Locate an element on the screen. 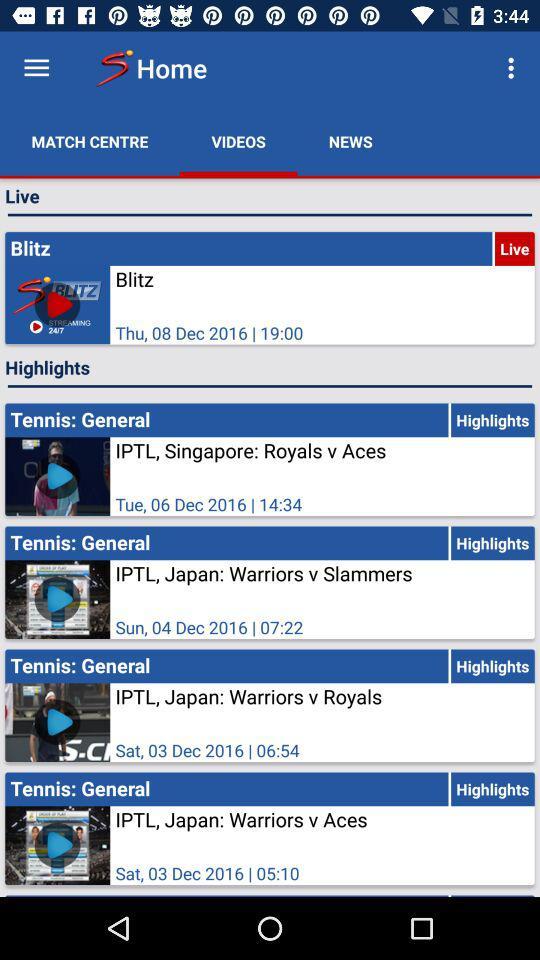 This screenshot has height=960, width=540. the app next to videos is located at coordinates (89, 140).